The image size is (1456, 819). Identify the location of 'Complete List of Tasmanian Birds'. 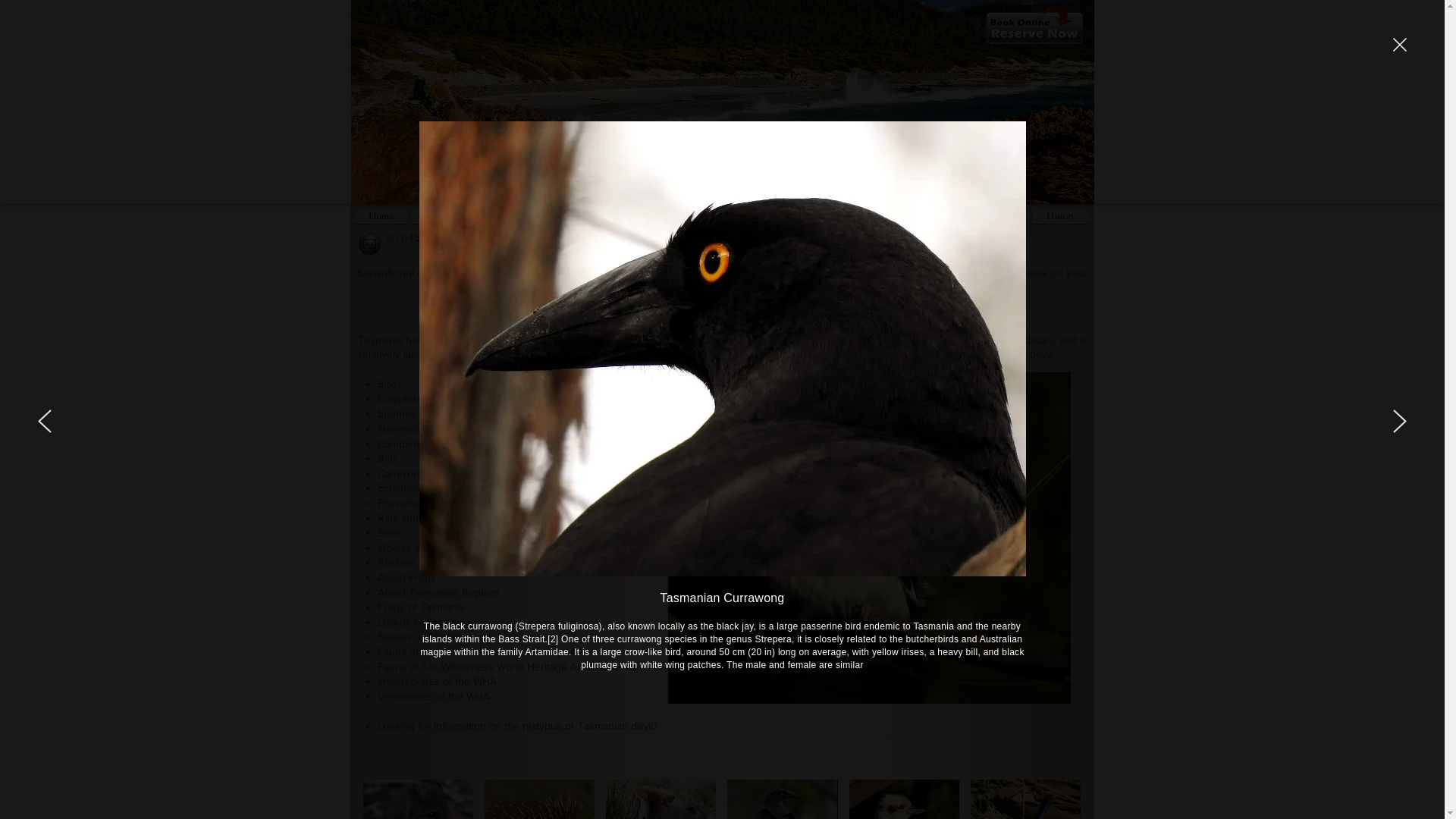
(454, 397).